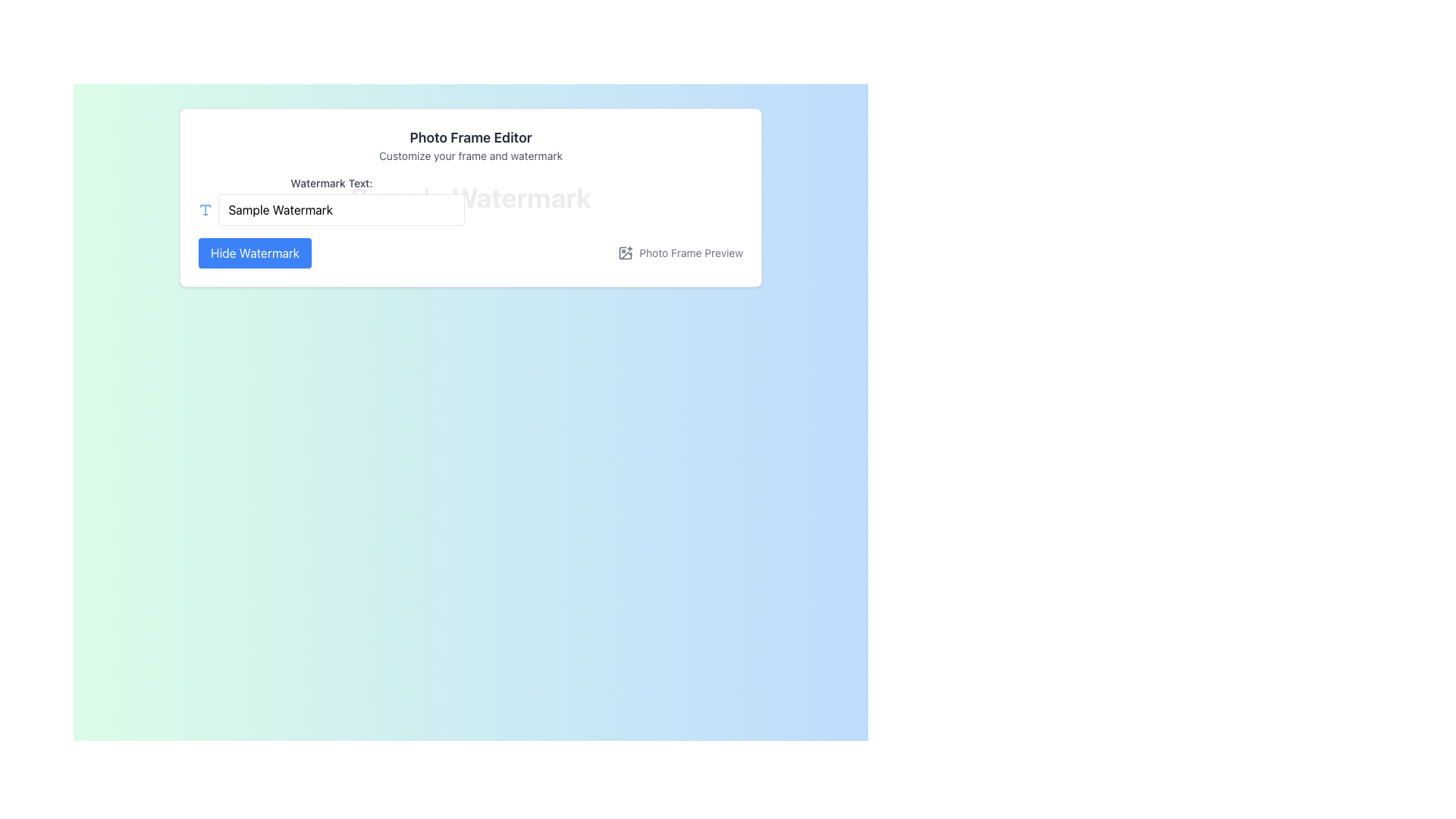 This screenshot has height=819, width=1456. What do you see at coordinates (679, 253) in the screenshot?
I see `the label with icon that describes the preview feature related to photo frames, located next to the 'Hide Watermark' button in the 'Photo Frame Editor' section` at bounding box center [679, 253].